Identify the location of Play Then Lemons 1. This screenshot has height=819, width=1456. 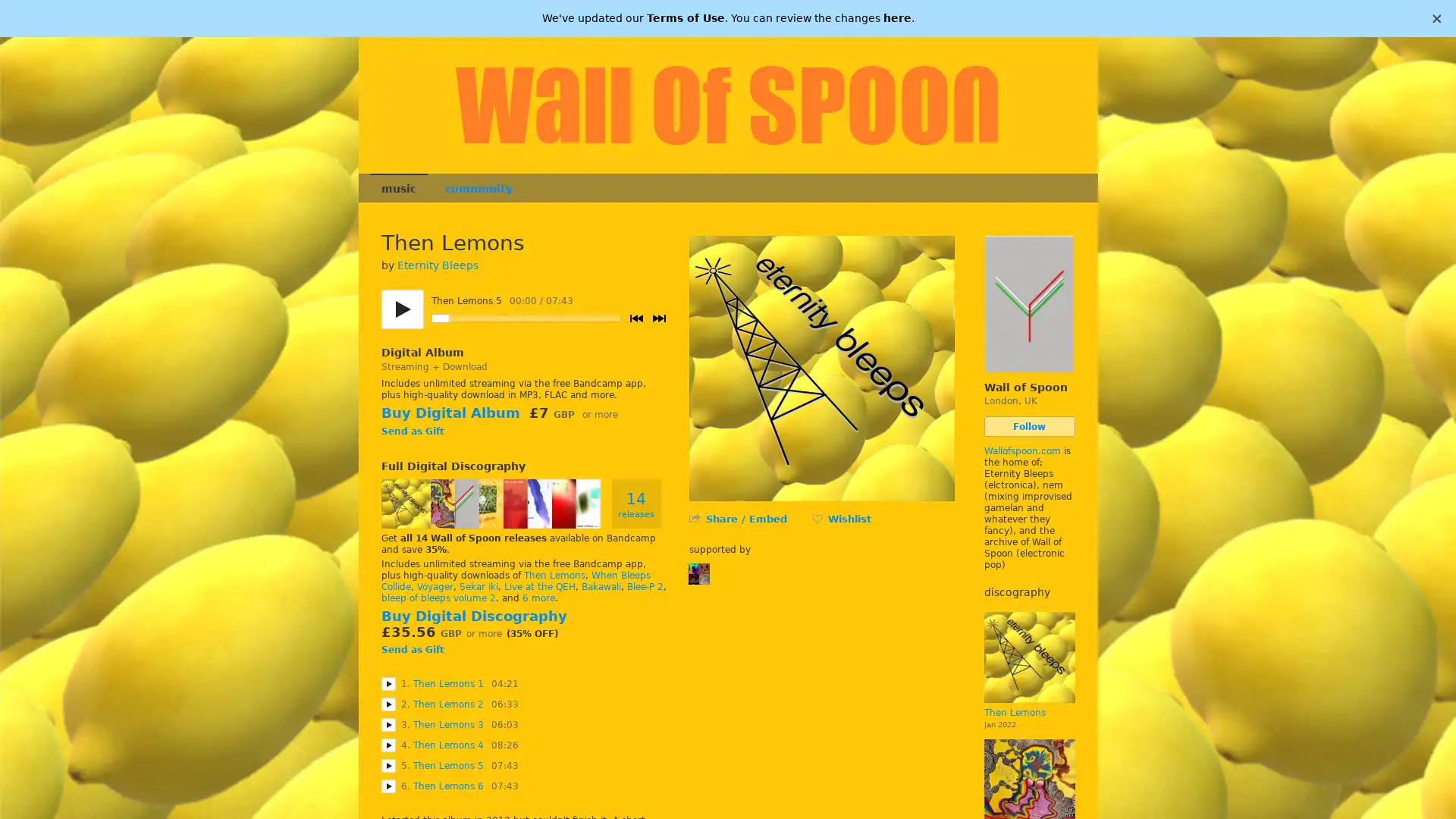
(388, 683).